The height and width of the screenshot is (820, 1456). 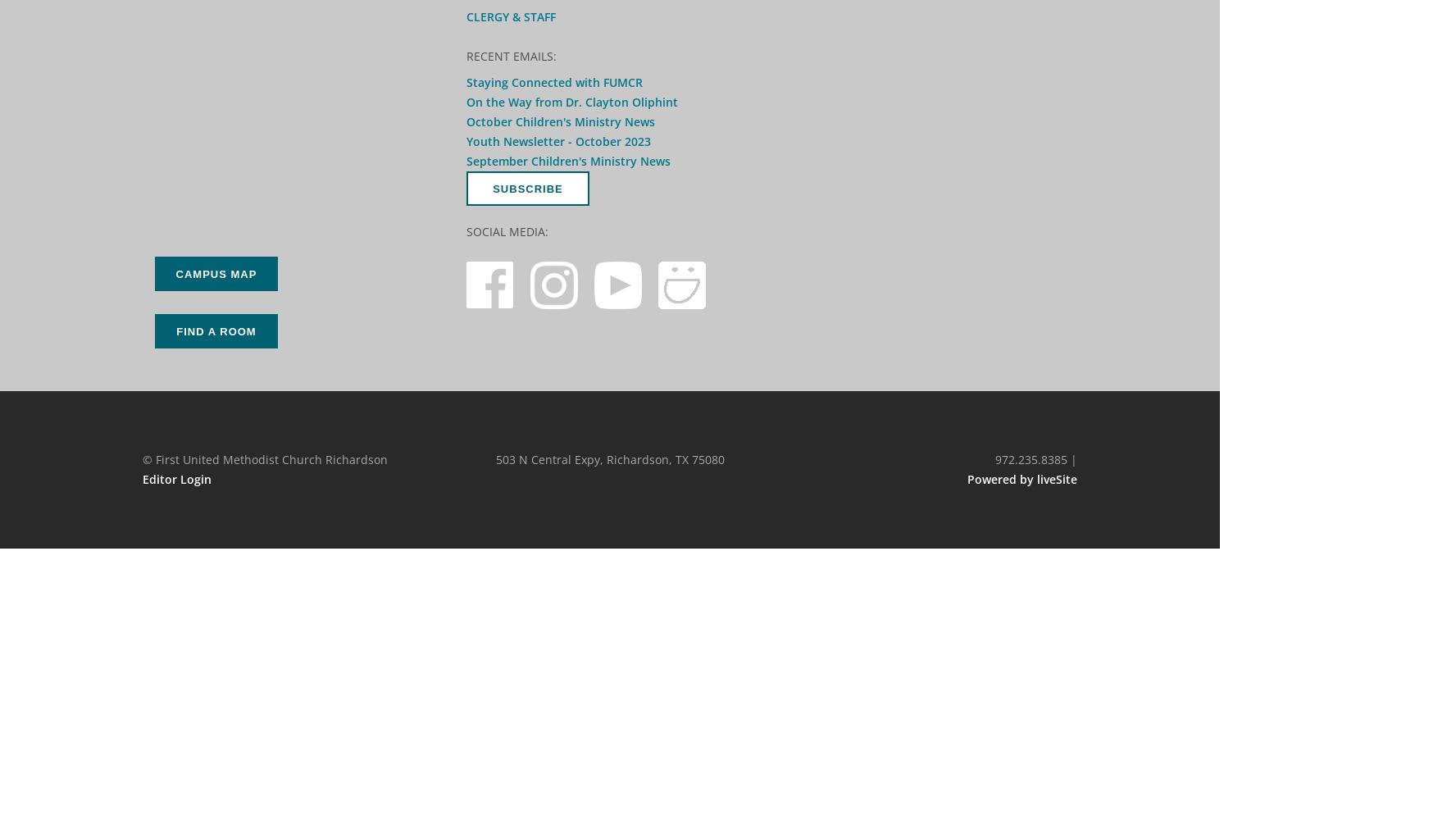 What do you see at coordinates (1035, 459) in the screenshot?
I see `'972.235.8385 |'` at bounding box center [1035, 459].